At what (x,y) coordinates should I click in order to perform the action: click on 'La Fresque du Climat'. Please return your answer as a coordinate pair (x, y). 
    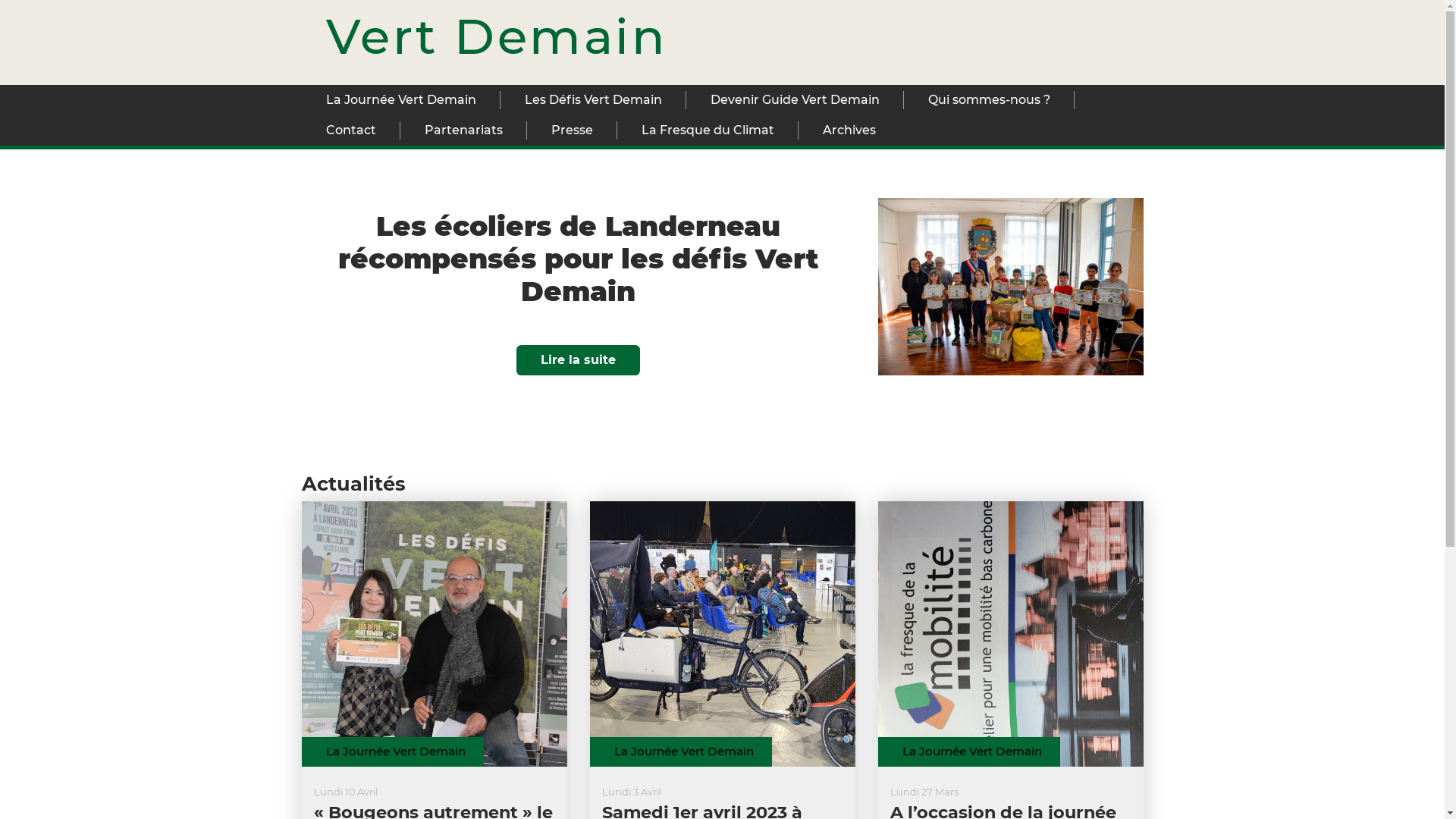
    Looking at the image, I should click on (707, 130).